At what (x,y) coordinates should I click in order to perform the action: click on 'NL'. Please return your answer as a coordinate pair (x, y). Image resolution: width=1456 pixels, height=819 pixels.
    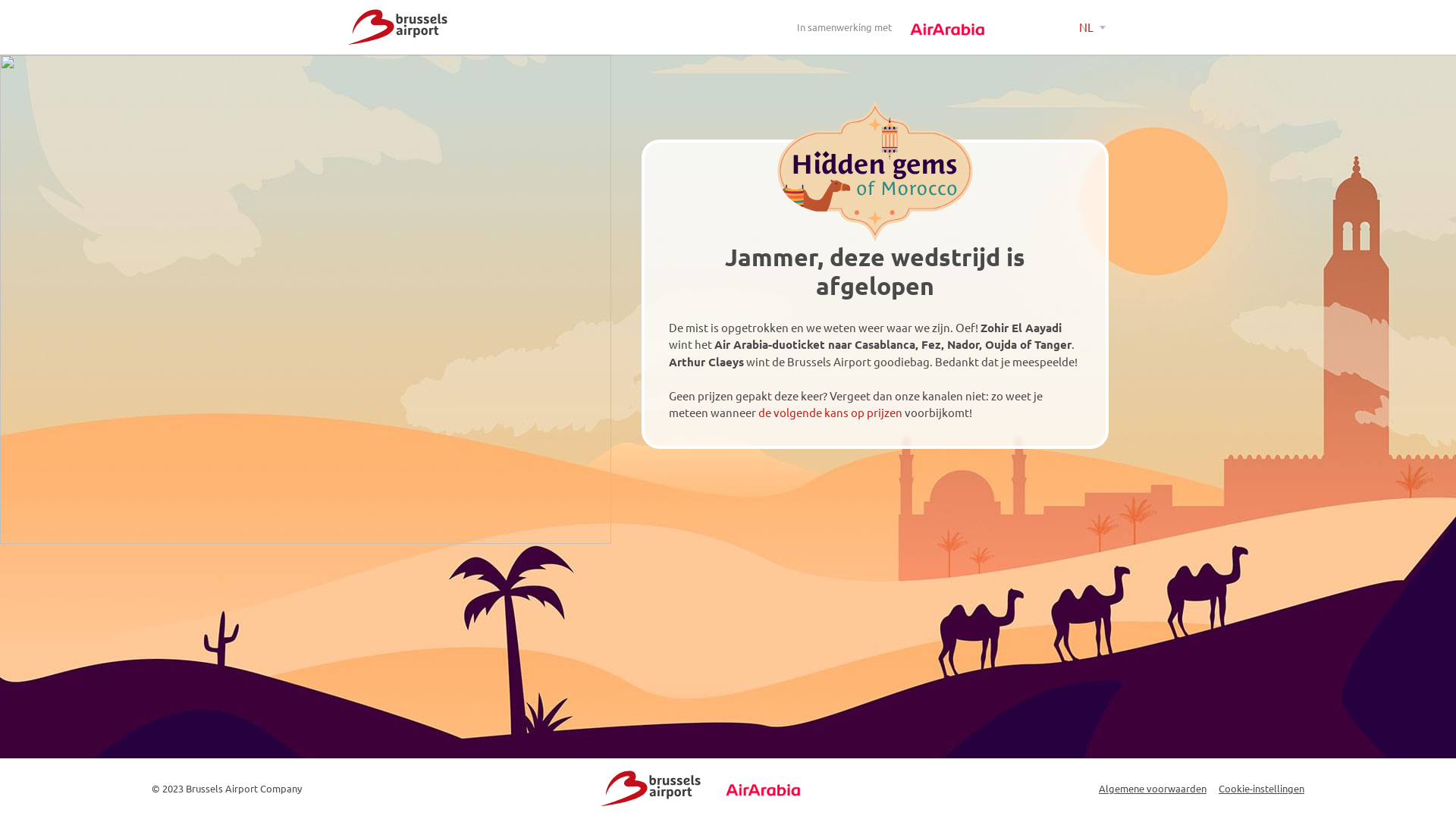
    Looking at the image, I should click on (1092, 27).